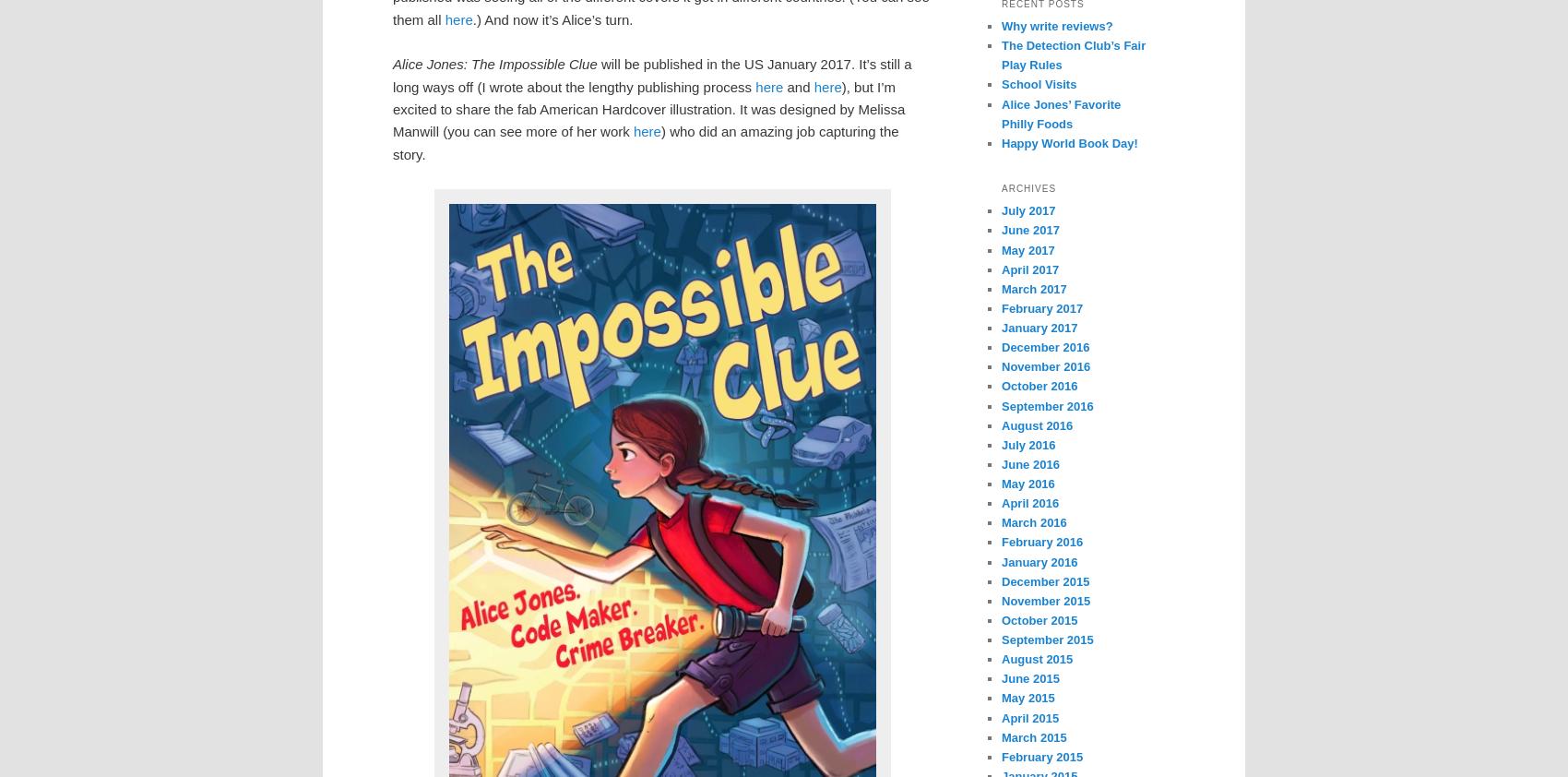 The image size is (1568, 777). Describe the element at coordinates (552, 18) in the screenshot. I see `'.) And now it’s Alice’s turn.'` at that location.